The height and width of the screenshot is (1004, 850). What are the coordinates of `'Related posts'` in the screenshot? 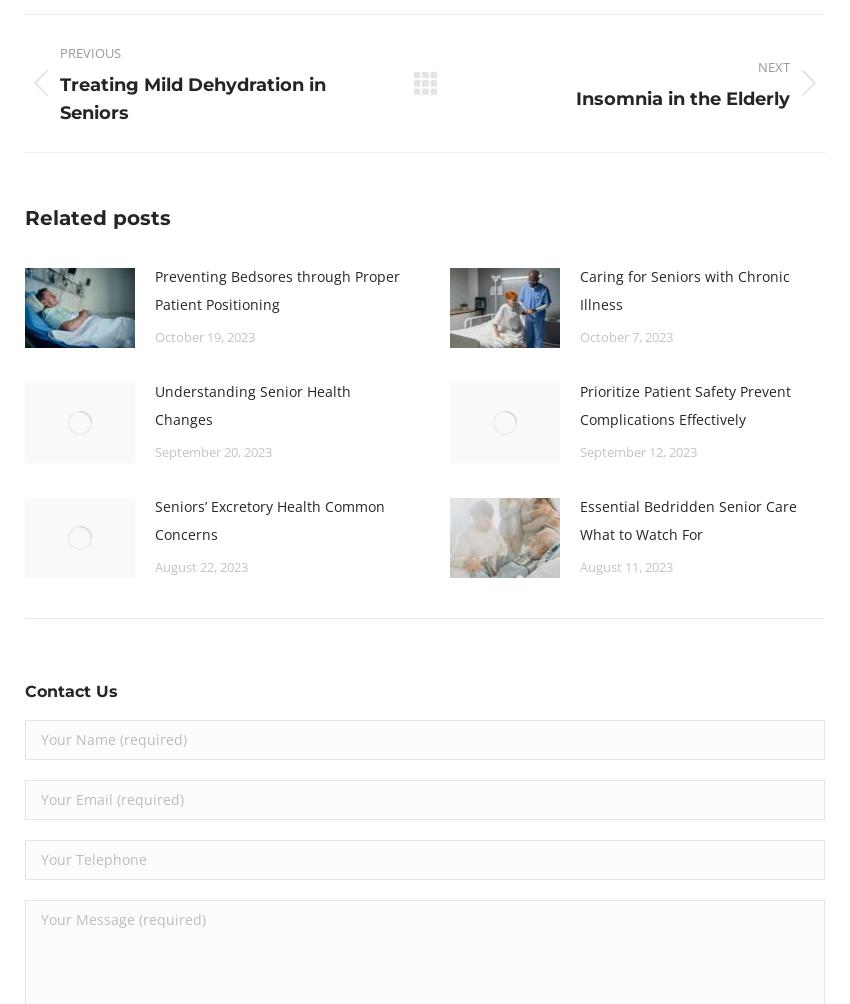 It's located at (97, 215).